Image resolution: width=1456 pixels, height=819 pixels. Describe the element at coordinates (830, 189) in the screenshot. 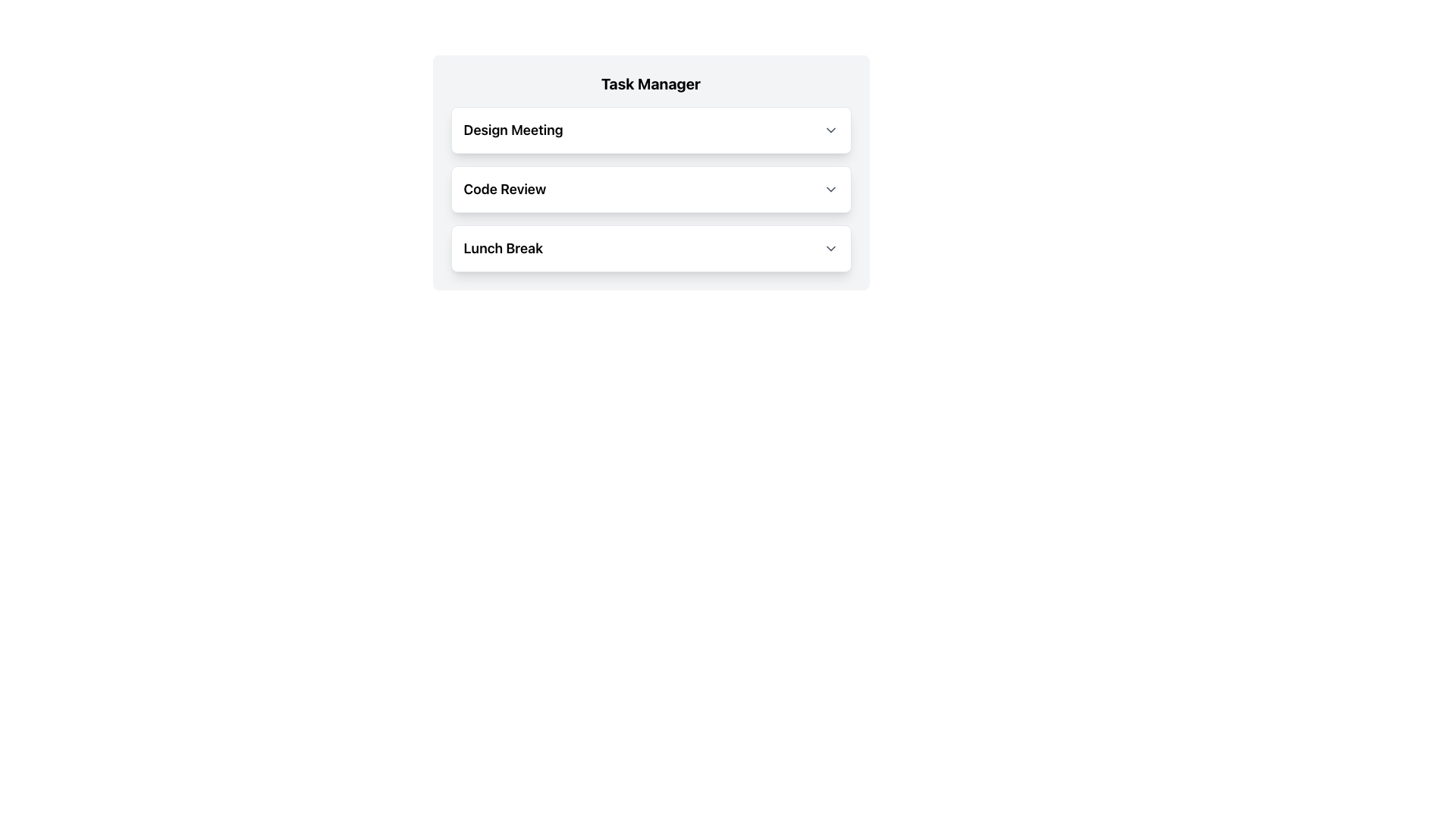

I see `the dropdown activator icon located on the far right side of the 'Code Review' row in the 'Task Manager' section` at that location.